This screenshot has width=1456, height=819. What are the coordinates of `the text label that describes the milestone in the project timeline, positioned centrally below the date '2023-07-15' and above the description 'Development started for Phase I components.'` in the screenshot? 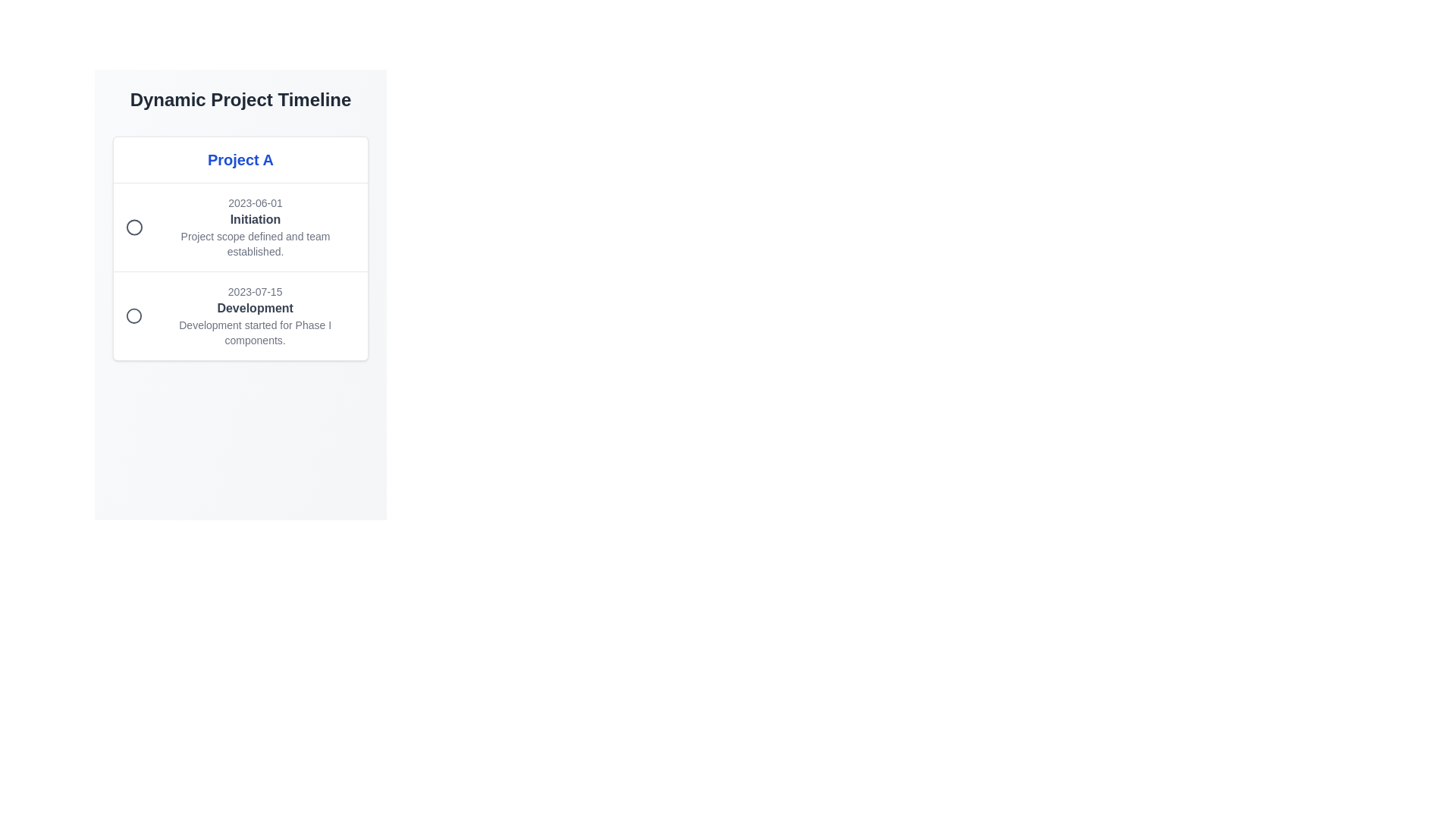 It's located at (255, 308).